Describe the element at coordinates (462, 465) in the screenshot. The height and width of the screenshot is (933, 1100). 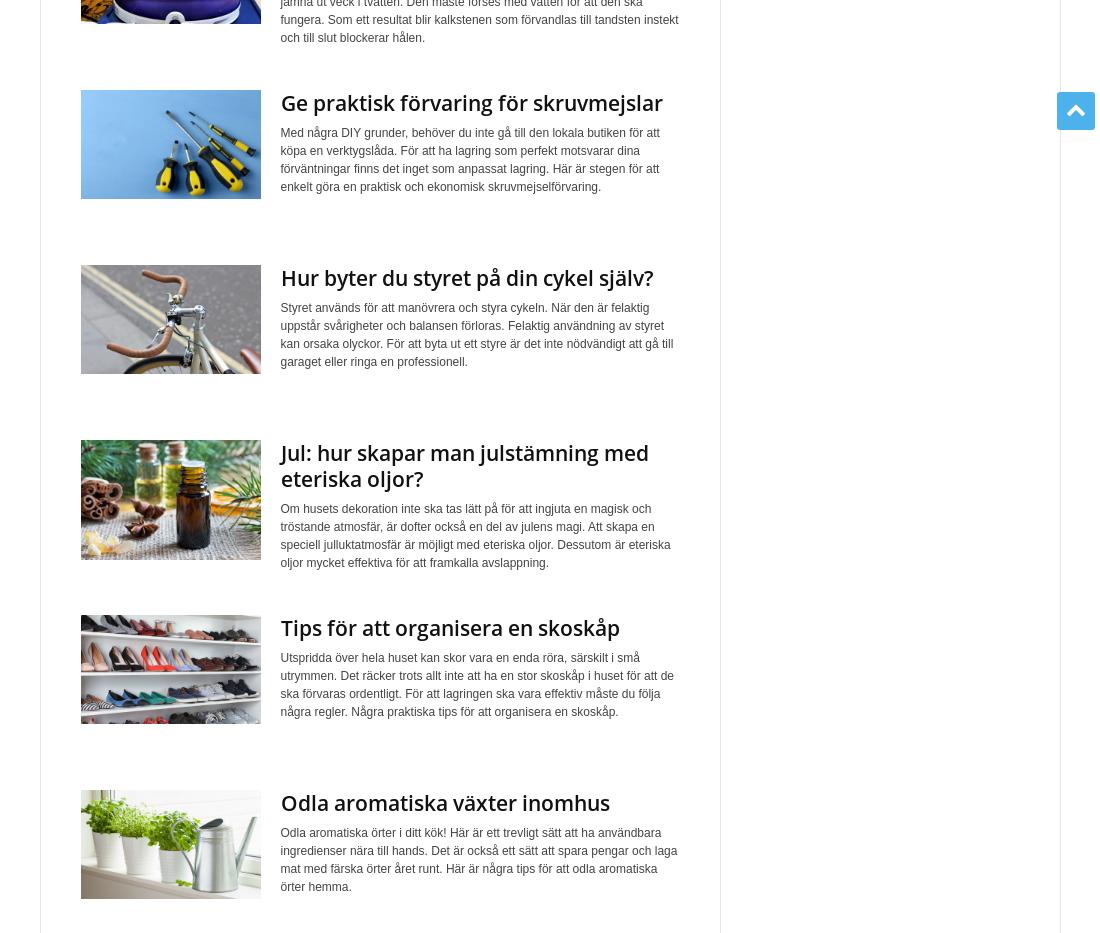
I see `'Jul: hur skapar man julstämning med eteriska oljor?'` at that location.